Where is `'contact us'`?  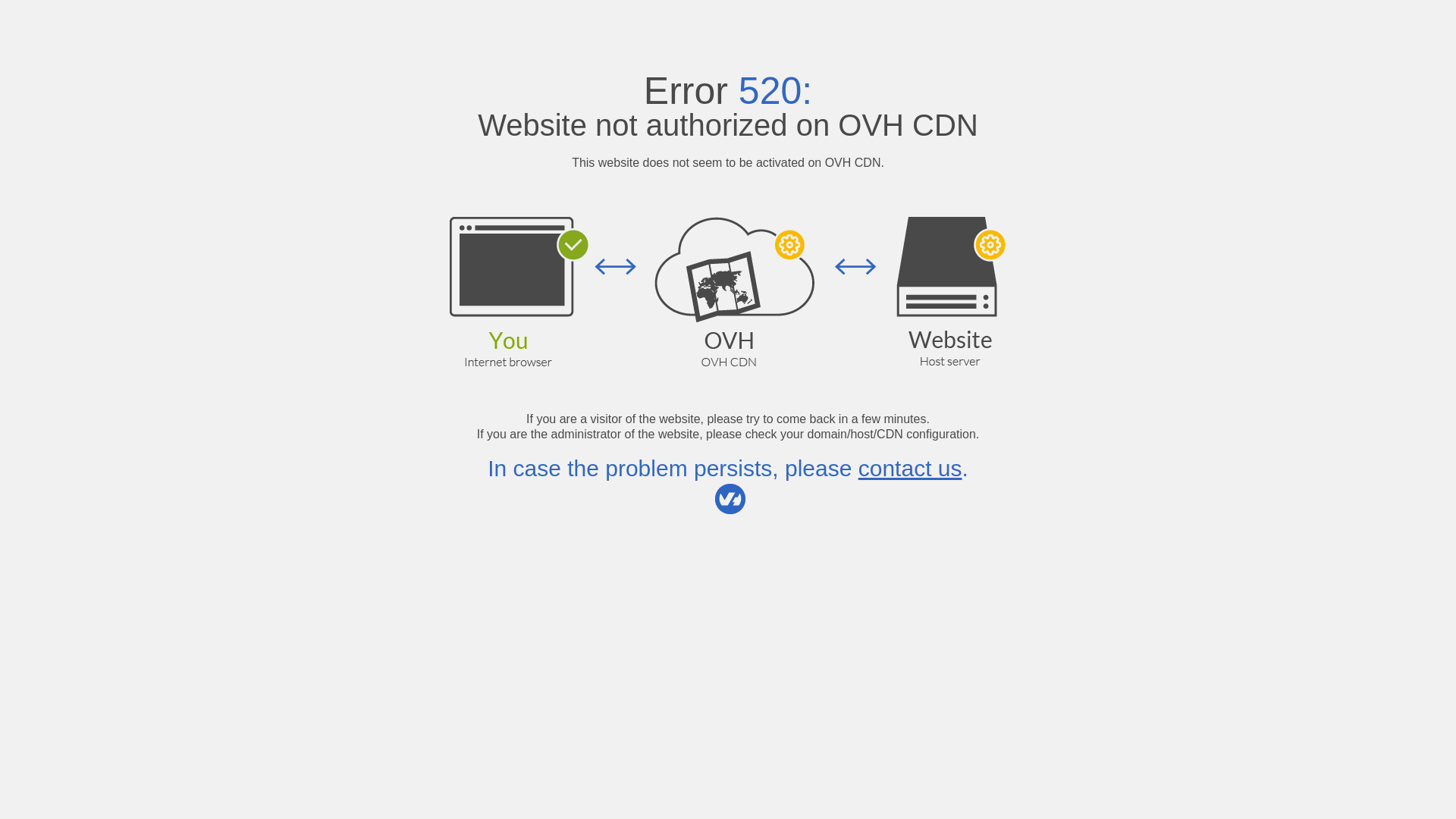 'contact us' is located at coordinates (858, 467).